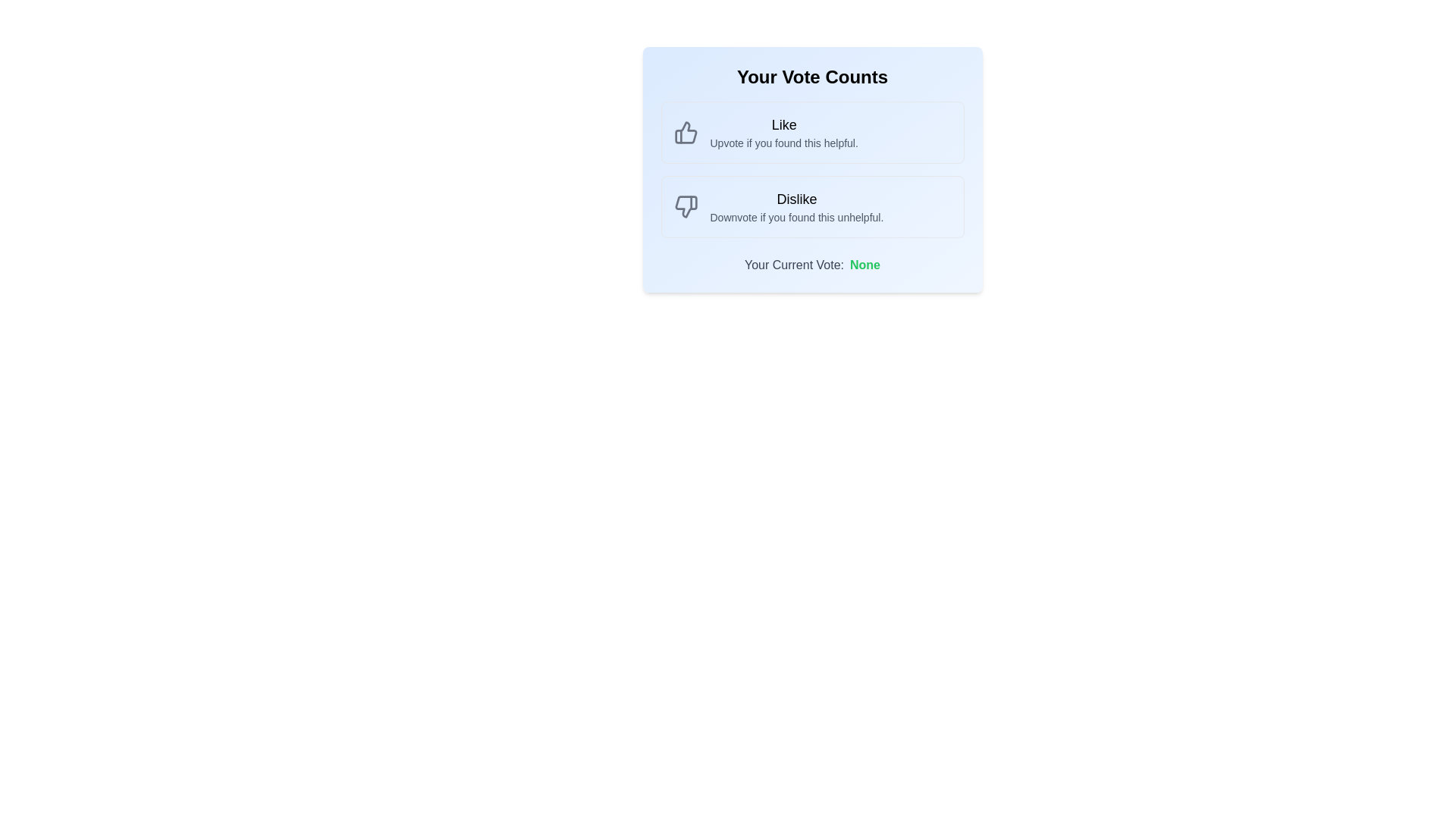 This screenshot has width=1456, height=819. Describe the element at coordinates (685, 131) in the screenshot. I see `the thumbs-up icon located to the left of the text 'Like Upvote if you found this helpful' in the 'Your Vote Counts' panel` at that location.